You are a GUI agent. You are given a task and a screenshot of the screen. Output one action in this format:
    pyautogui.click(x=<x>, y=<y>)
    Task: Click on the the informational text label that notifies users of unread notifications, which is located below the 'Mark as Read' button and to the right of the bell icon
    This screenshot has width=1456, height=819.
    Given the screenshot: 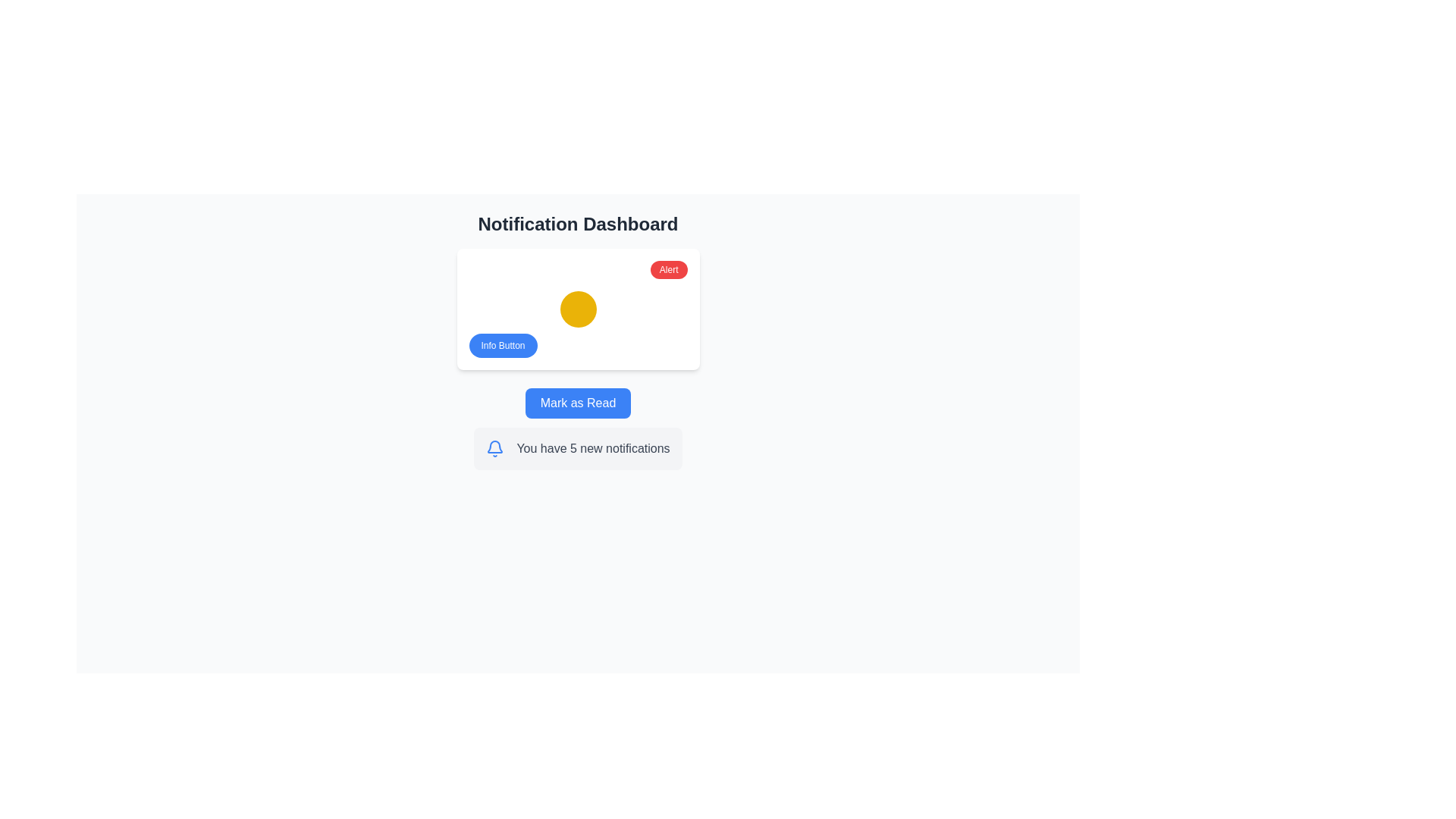 What is the action you would take?
    pyautogui.click(x=592, y=447)
    